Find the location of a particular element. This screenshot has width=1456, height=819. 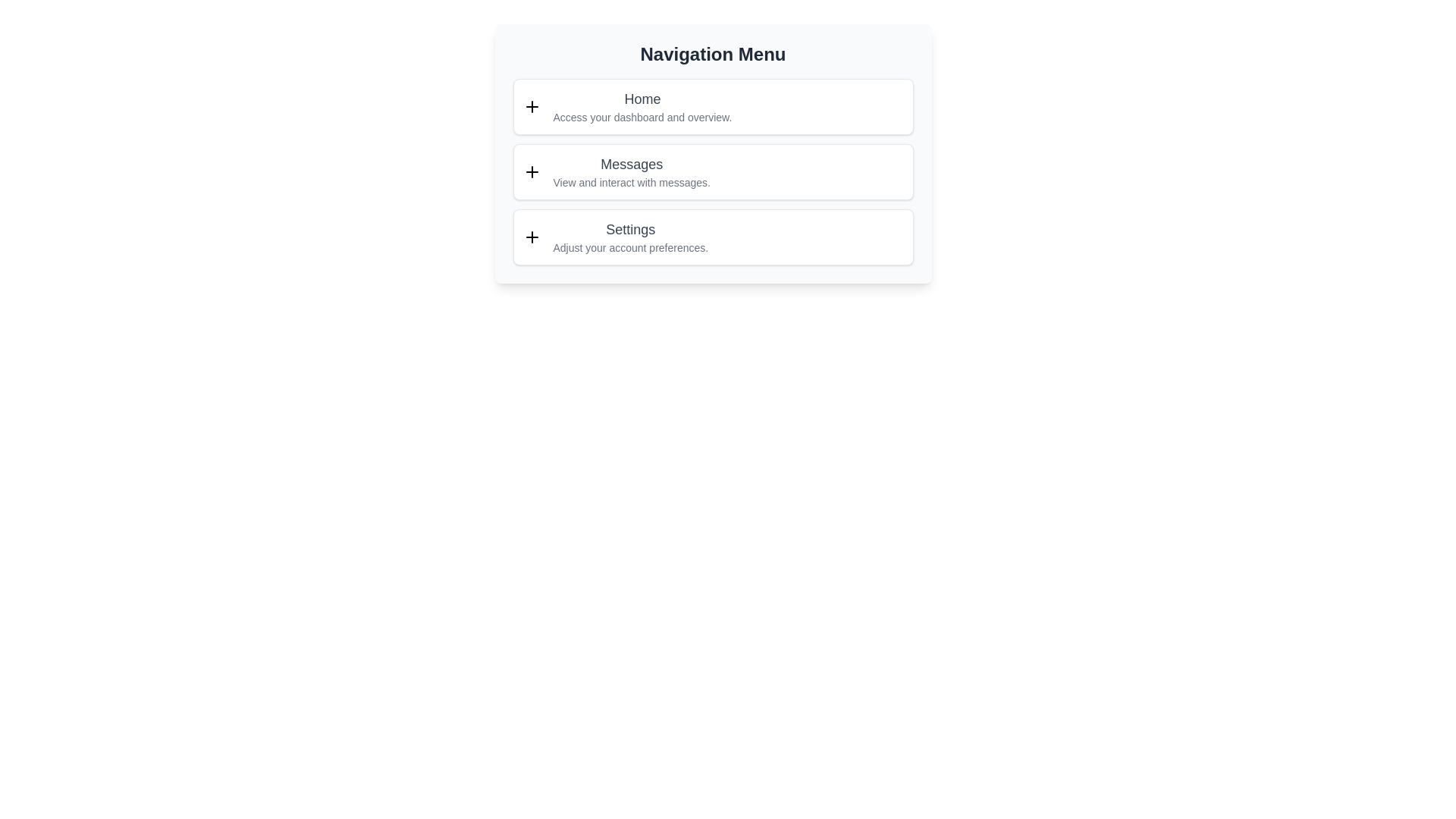

the navigation button labeled 'Home' which features a blue '+' icon and a white background is located at coordinates (712, 106).